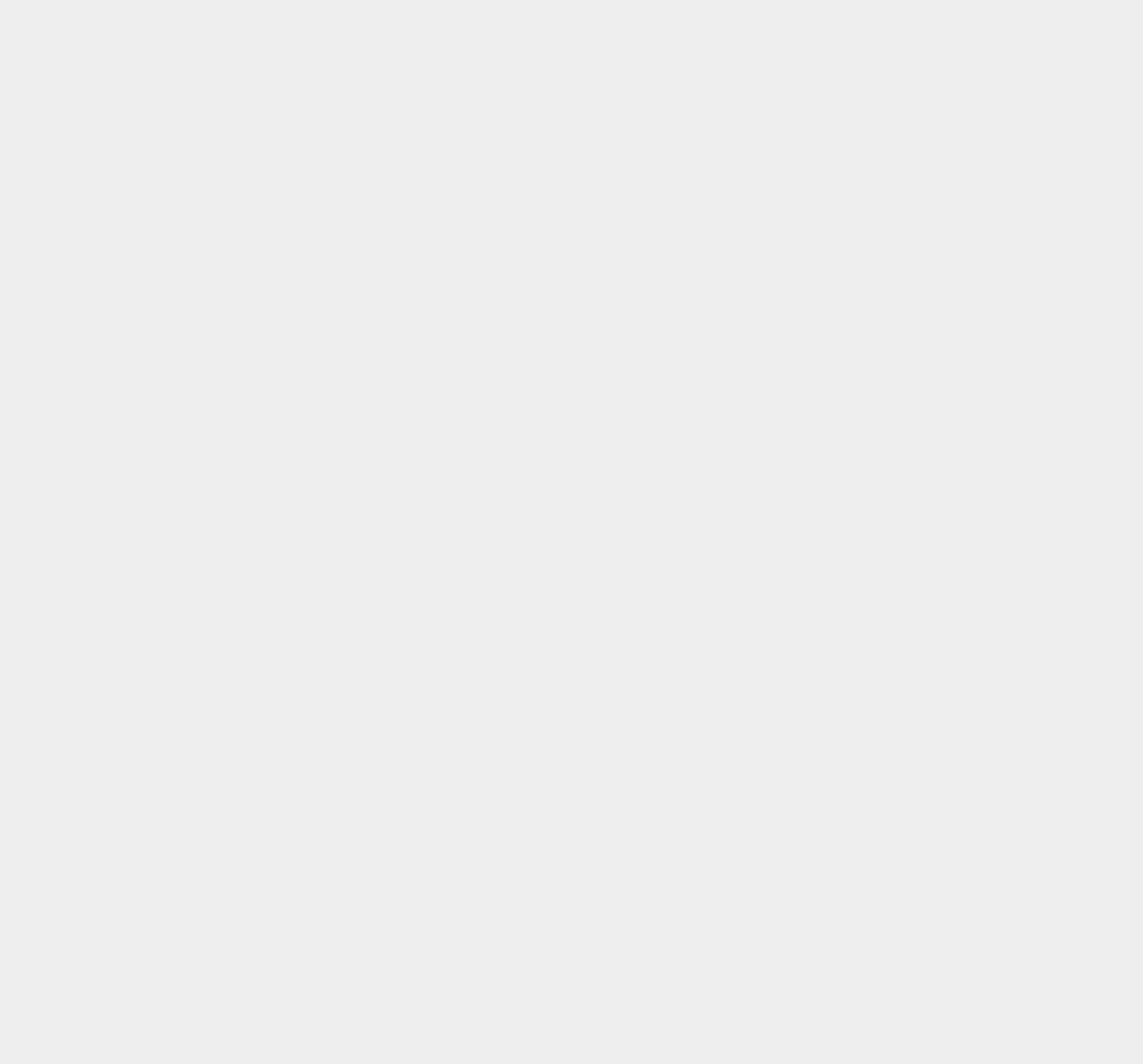 The height and width of the screenshot is (1064, 1143). Describe the element at coordinates (807, 796) in the screenshot. I see `'Android Lollipop'` at that location.